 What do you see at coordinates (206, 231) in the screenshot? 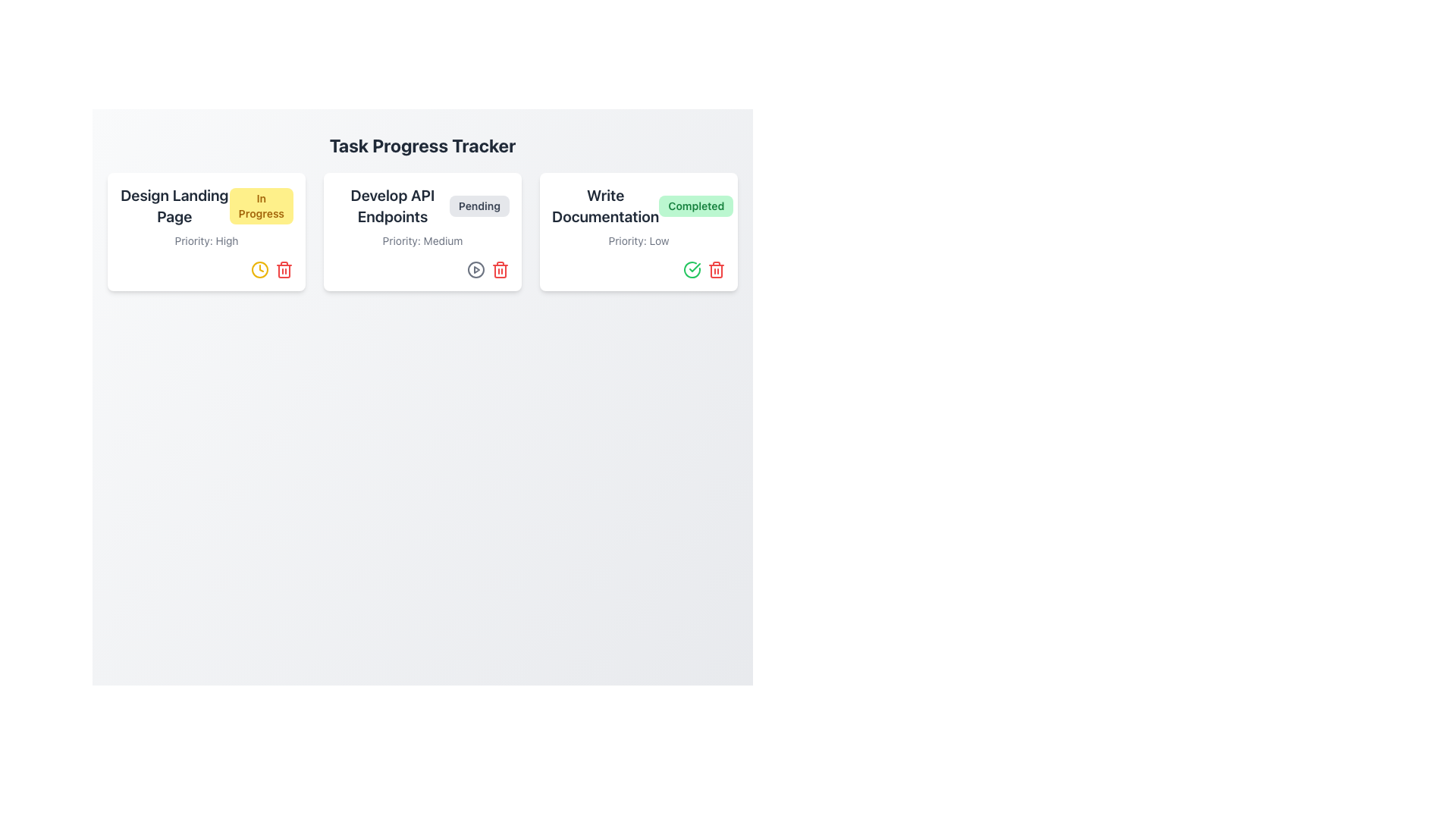
I see `text content of the task details card located in the leftmost column above the 'Task Progress Tracker' text` at bounding box center [206, 231].